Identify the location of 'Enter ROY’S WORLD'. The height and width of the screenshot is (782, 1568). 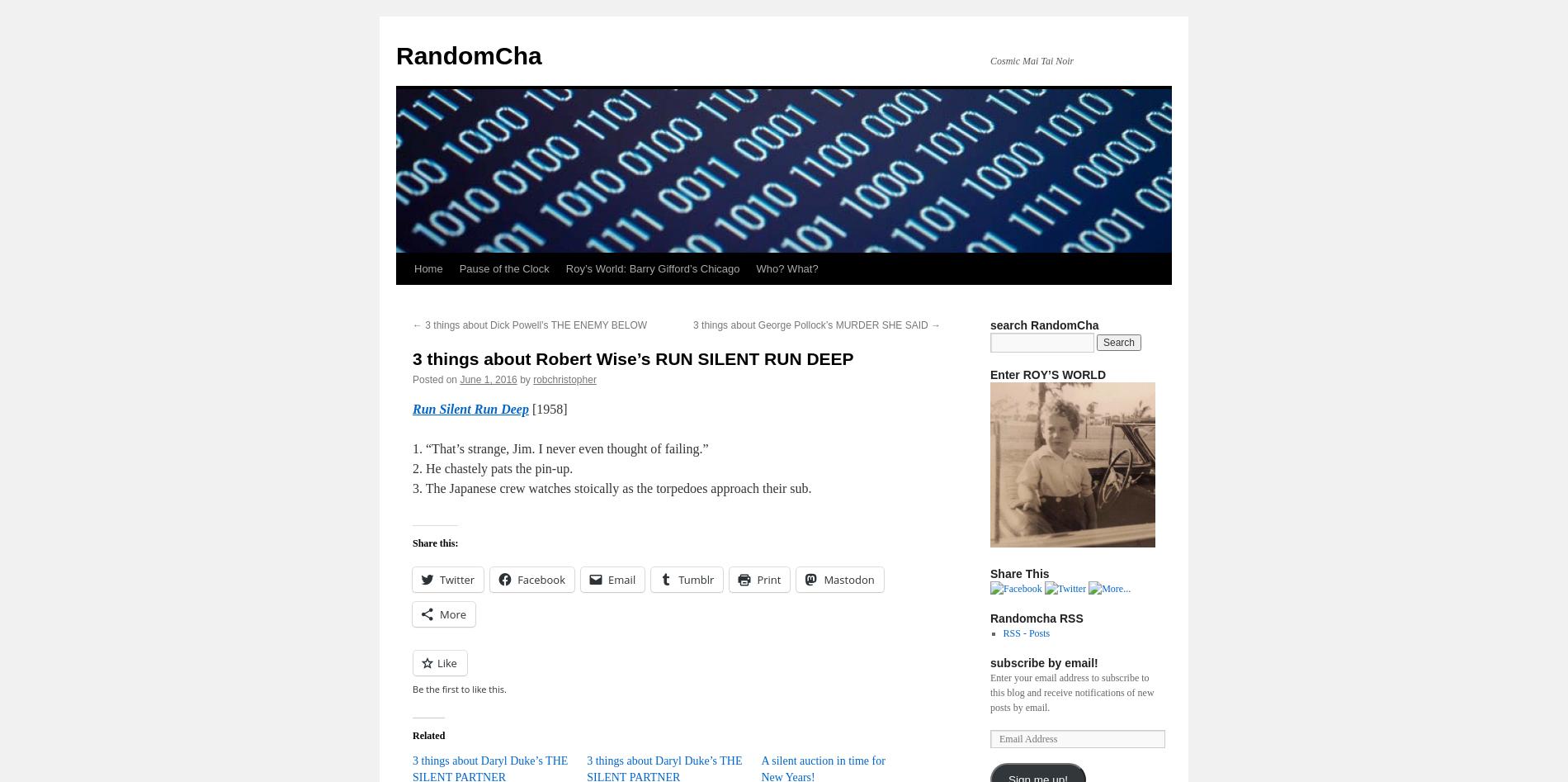
(1046, 374).